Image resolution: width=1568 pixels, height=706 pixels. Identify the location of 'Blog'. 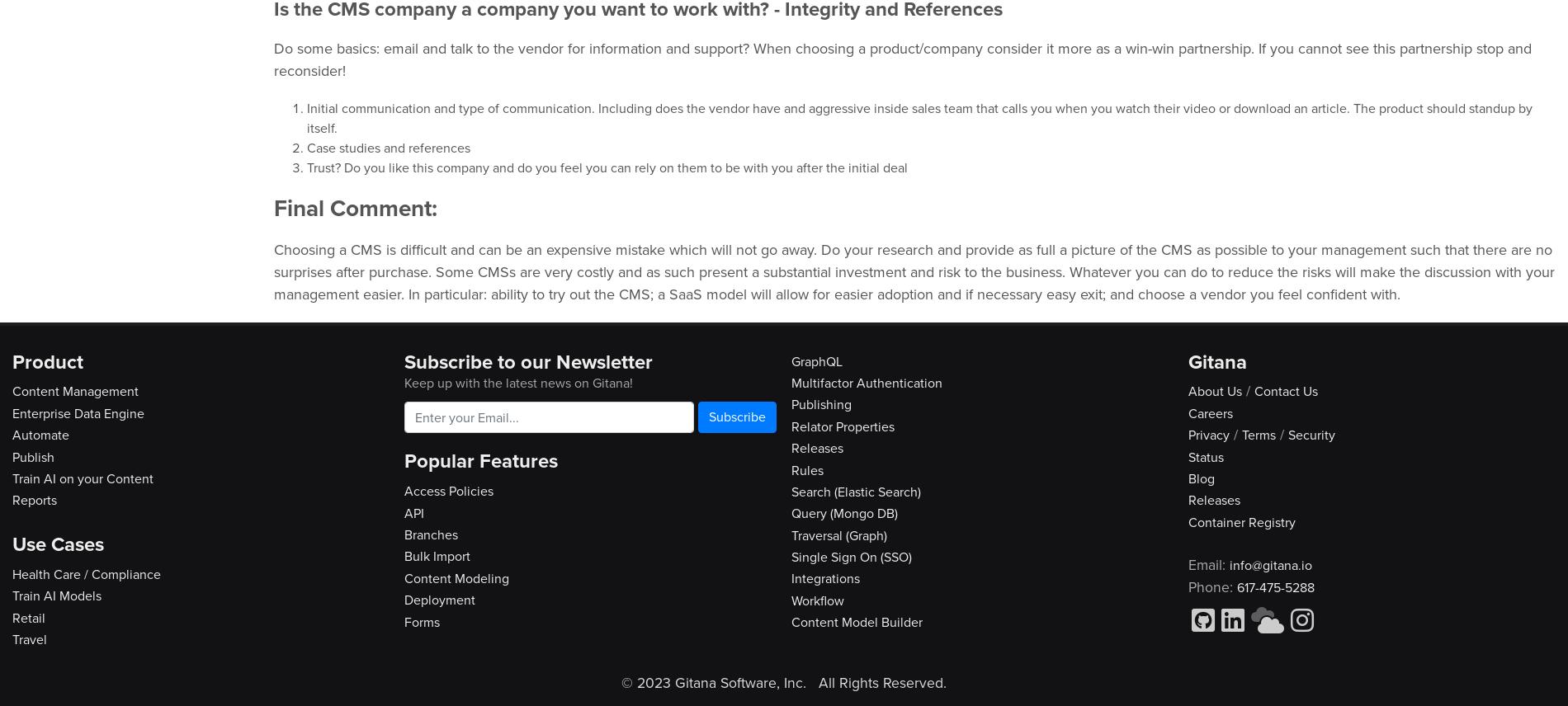
(1201, 478).